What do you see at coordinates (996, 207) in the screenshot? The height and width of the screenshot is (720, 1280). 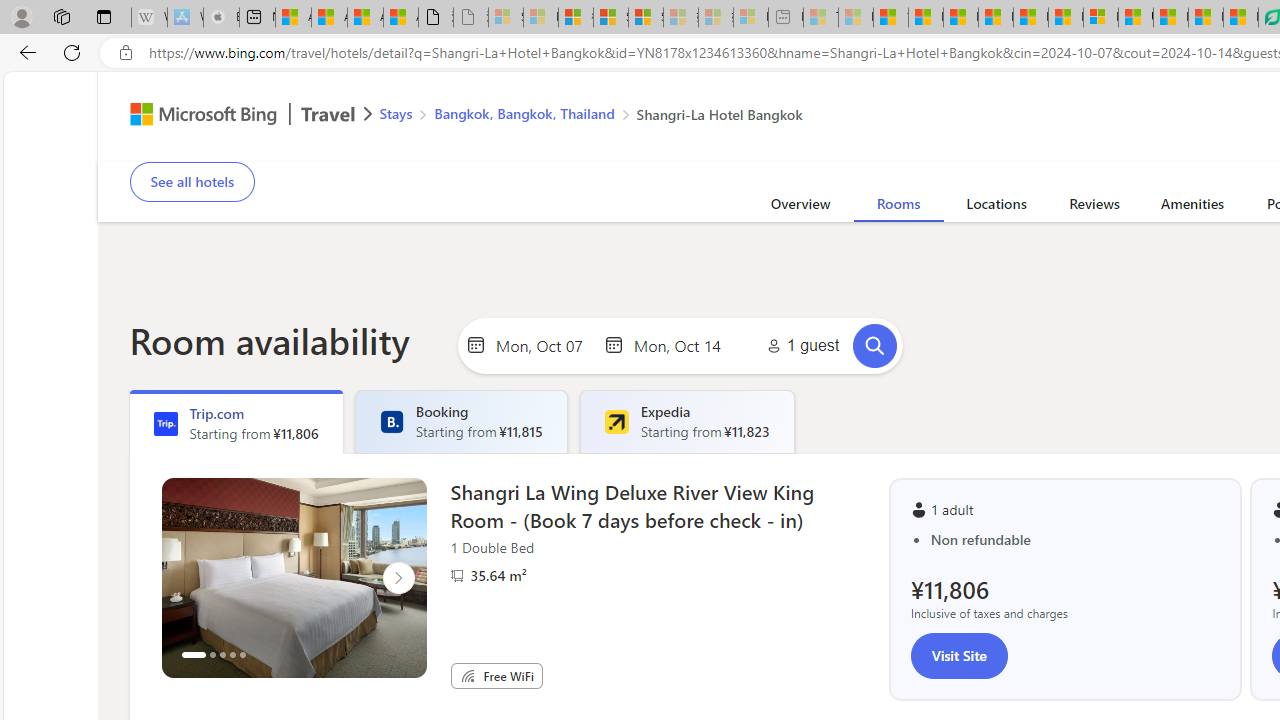 I see `'Locations'` at bounding box center [996, 207].